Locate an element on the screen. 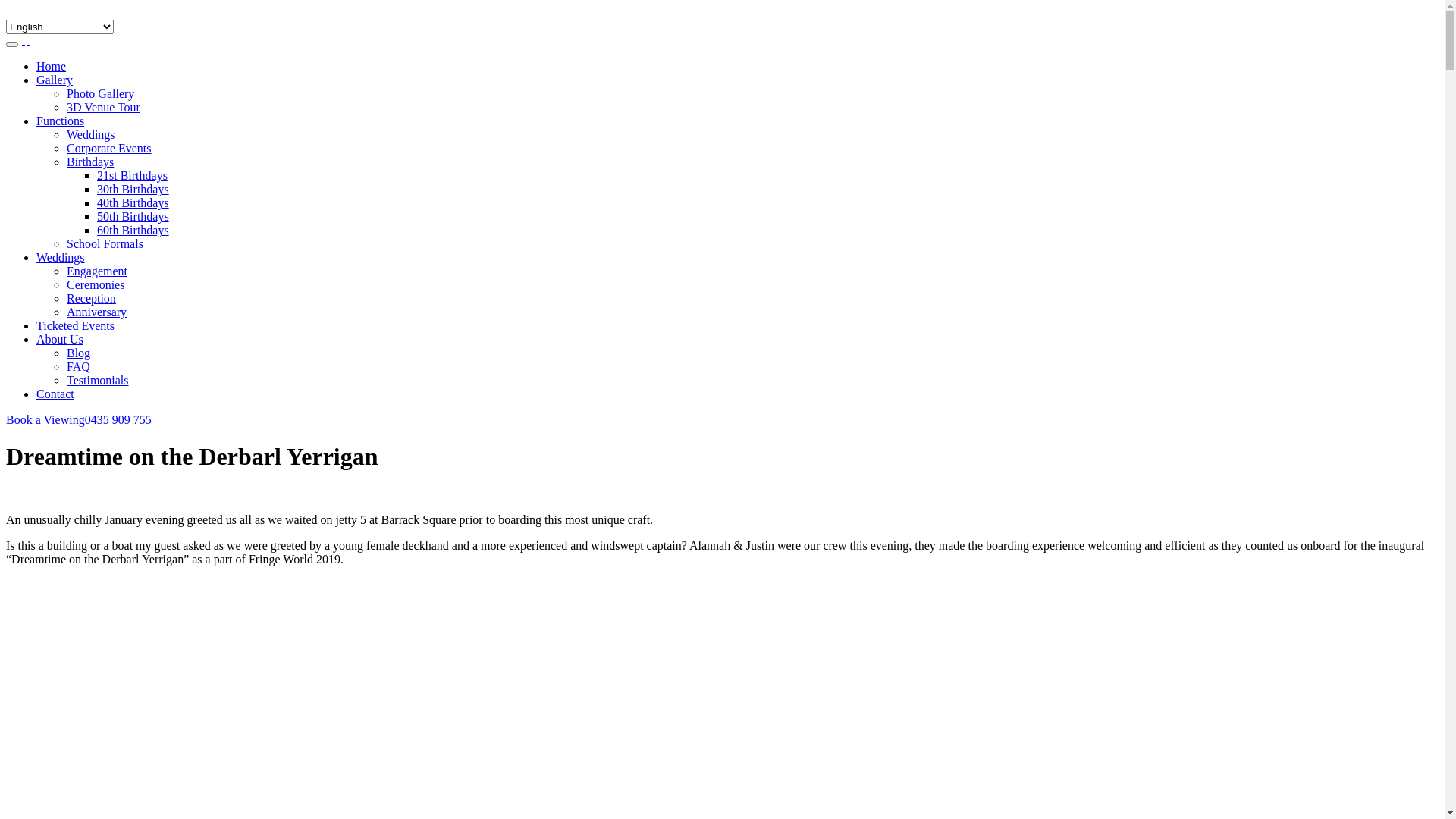  '0435 909 755' is located at coordinates (83, 419).